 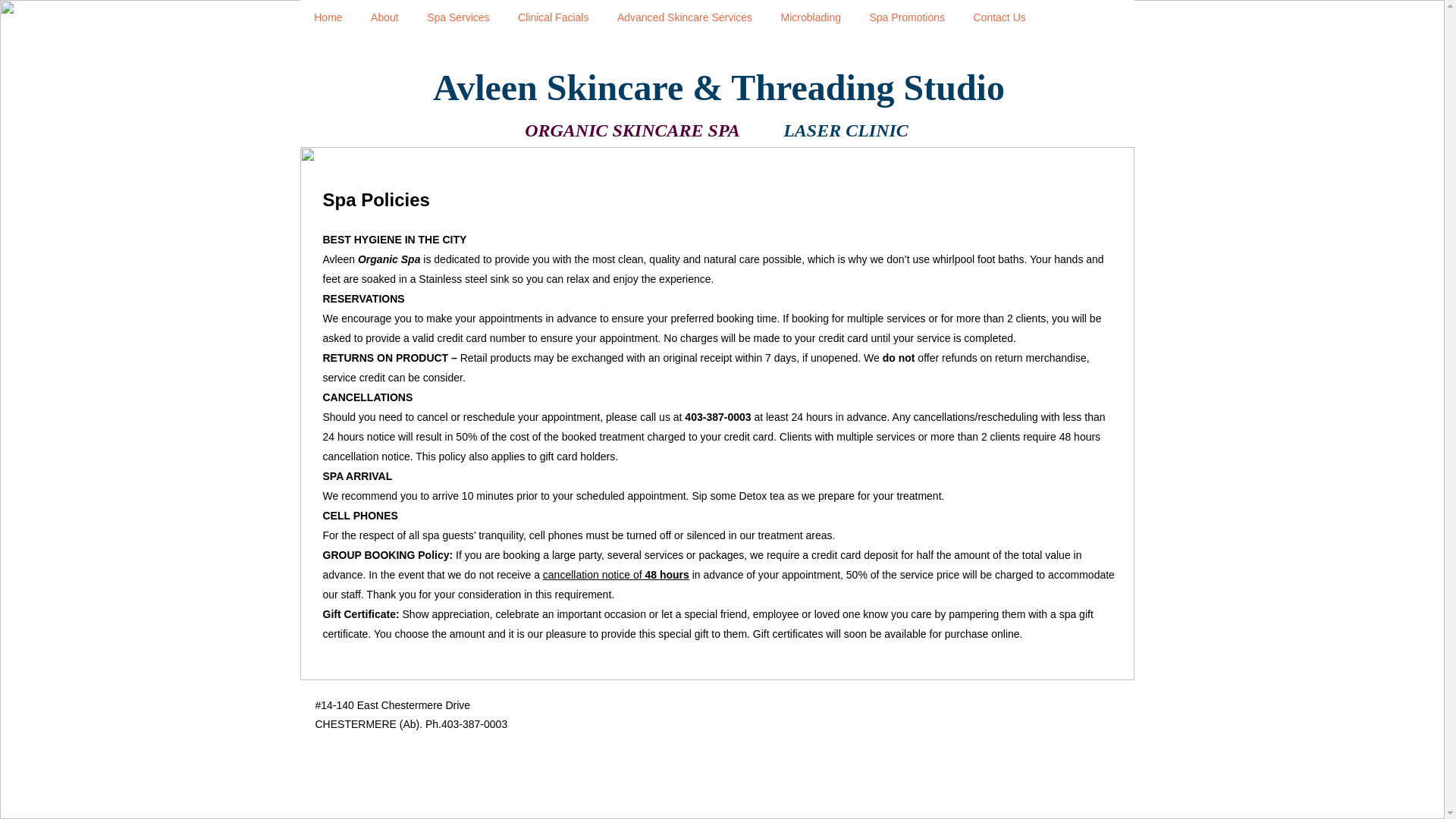 I want to click on 'Clinical Facials', so click(x=552, y=17).